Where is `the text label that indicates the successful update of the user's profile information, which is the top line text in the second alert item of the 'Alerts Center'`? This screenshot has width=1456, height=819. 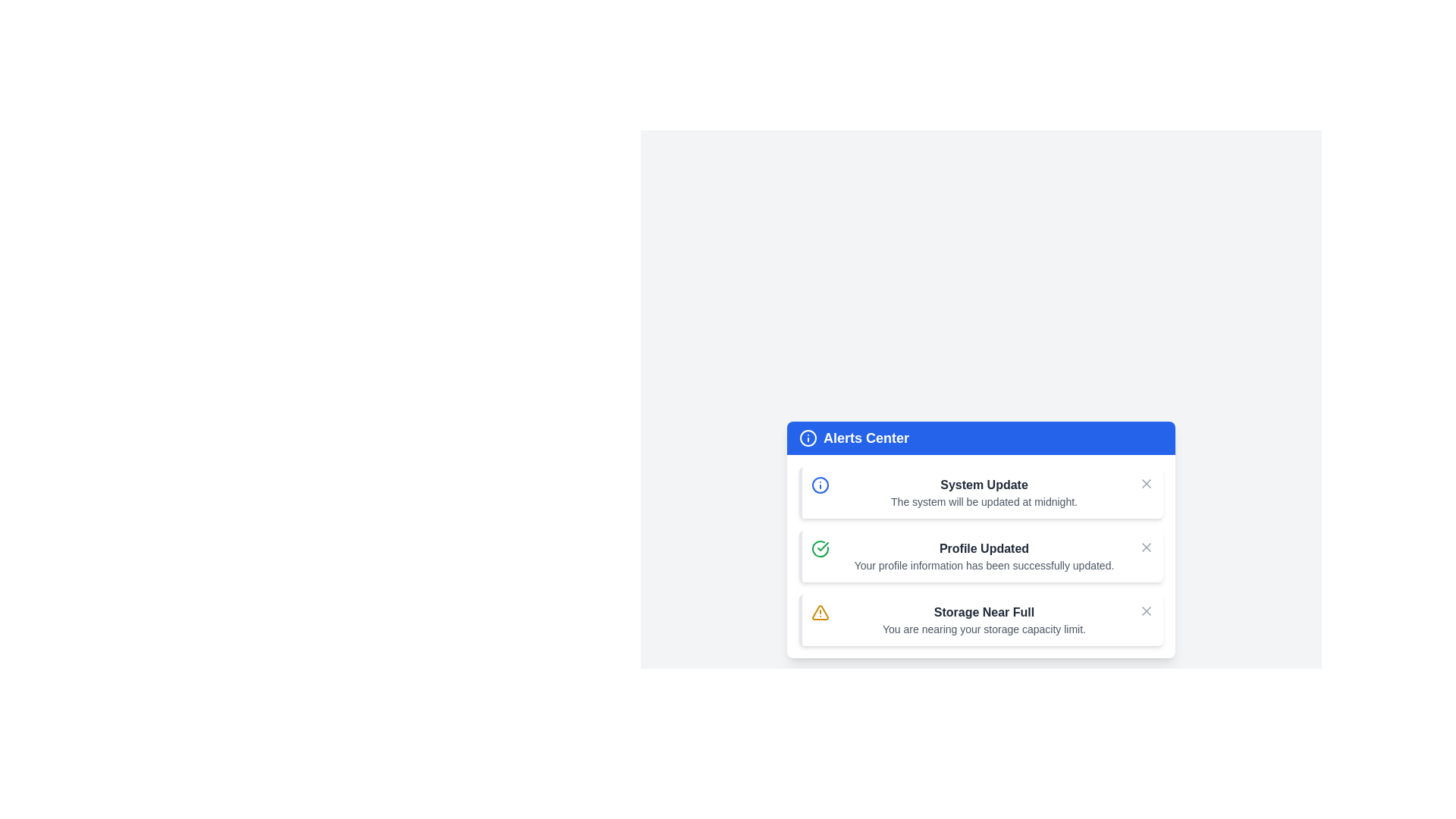 the text label that indicates the successful update of the user's profile information, which is the top line text in the second alert item of the 'Alerts Center' is located at coordinates (984, 549).